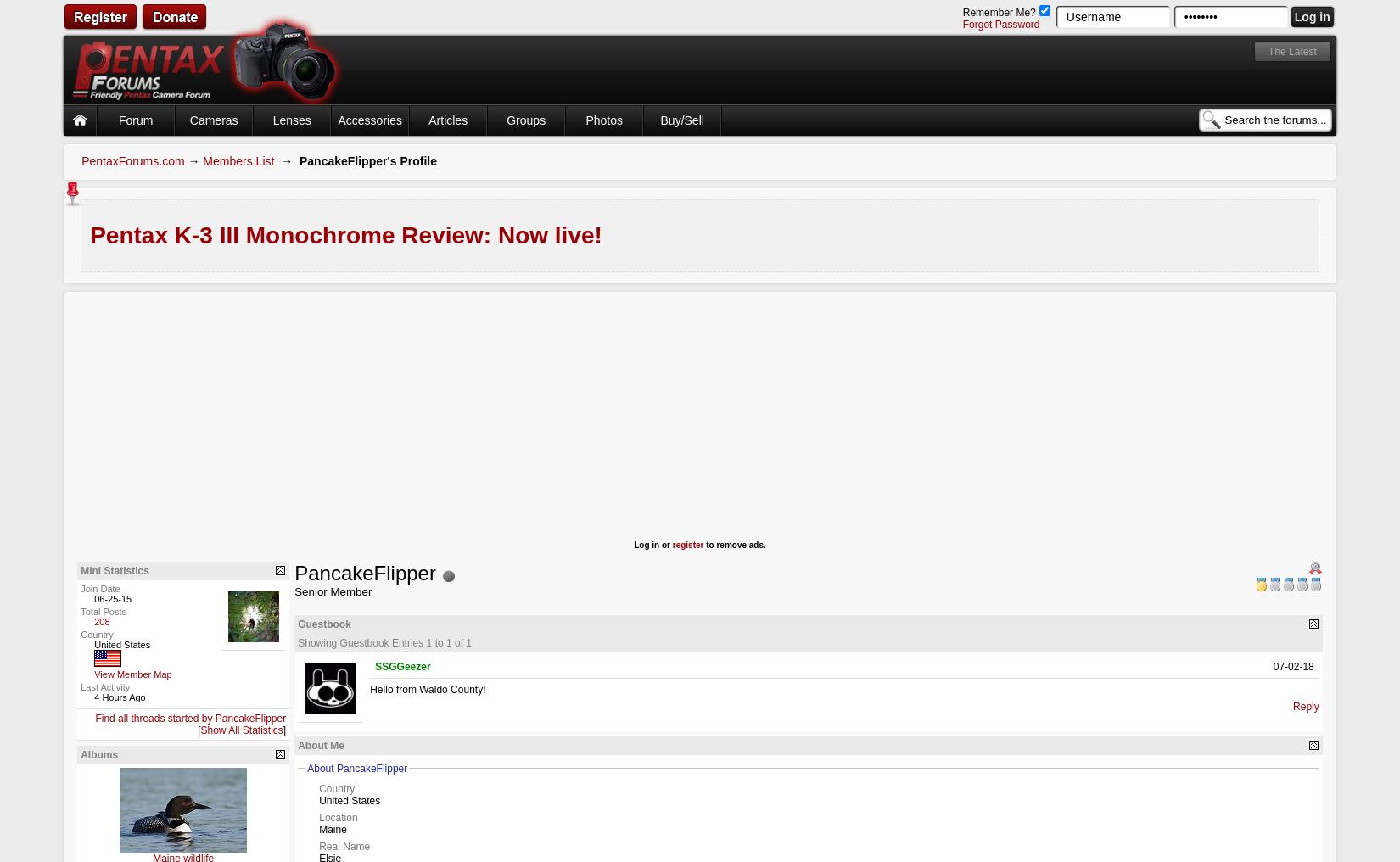 The width and height of the screenshot is (1400, 862). What do you see at coordinates (323, 623) in the screenshot?
I see `'Guestbook'` at bounding box center [323, 623].